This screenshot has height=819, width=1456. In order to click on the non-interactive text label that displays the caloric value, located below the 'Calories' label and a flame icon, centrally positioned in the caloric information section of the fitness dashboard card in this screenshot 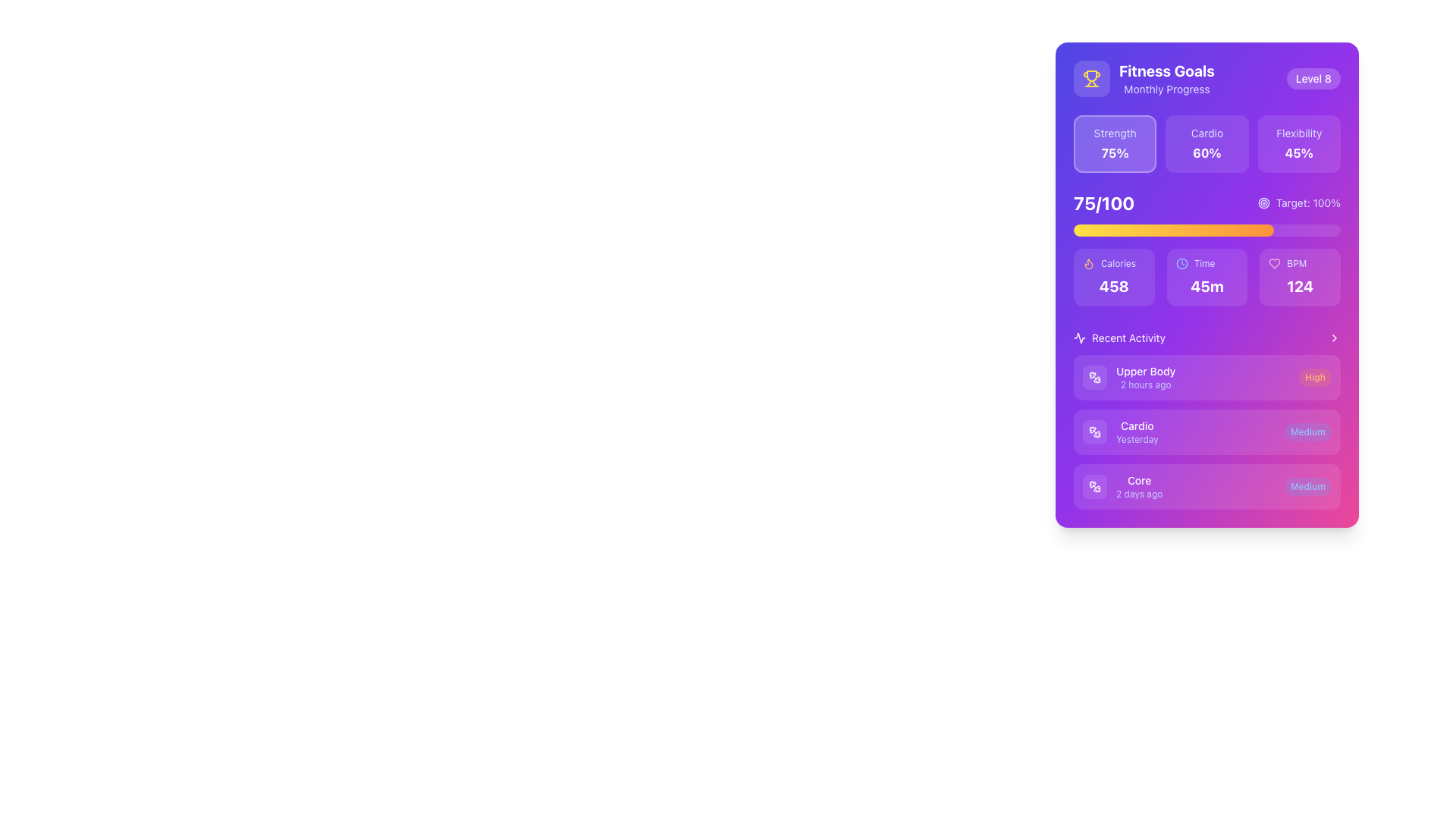, I will do `click(1114, 287)`.